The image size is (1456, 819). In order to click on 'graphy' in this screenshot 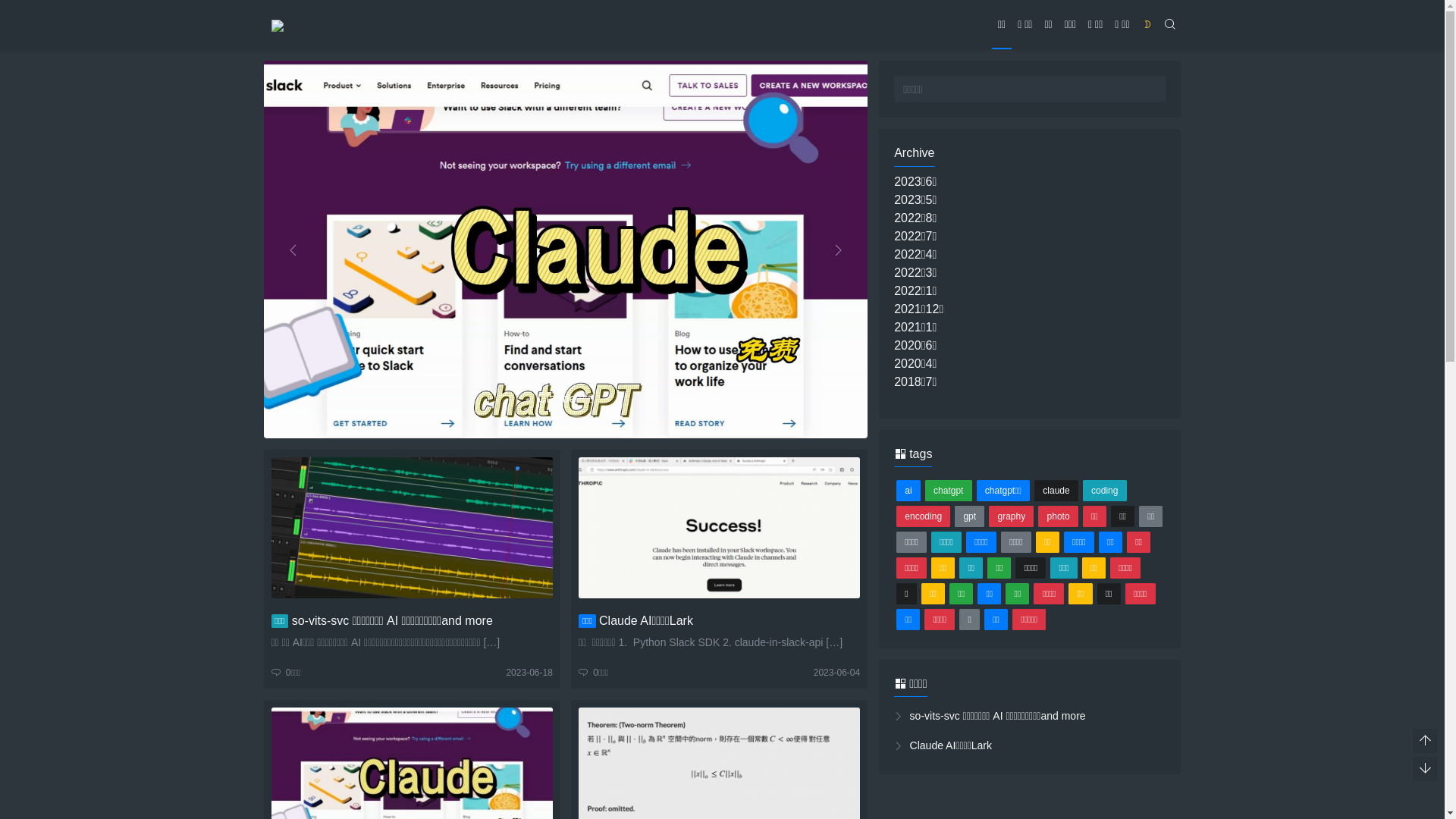, I will do `click(1011, 516)`.